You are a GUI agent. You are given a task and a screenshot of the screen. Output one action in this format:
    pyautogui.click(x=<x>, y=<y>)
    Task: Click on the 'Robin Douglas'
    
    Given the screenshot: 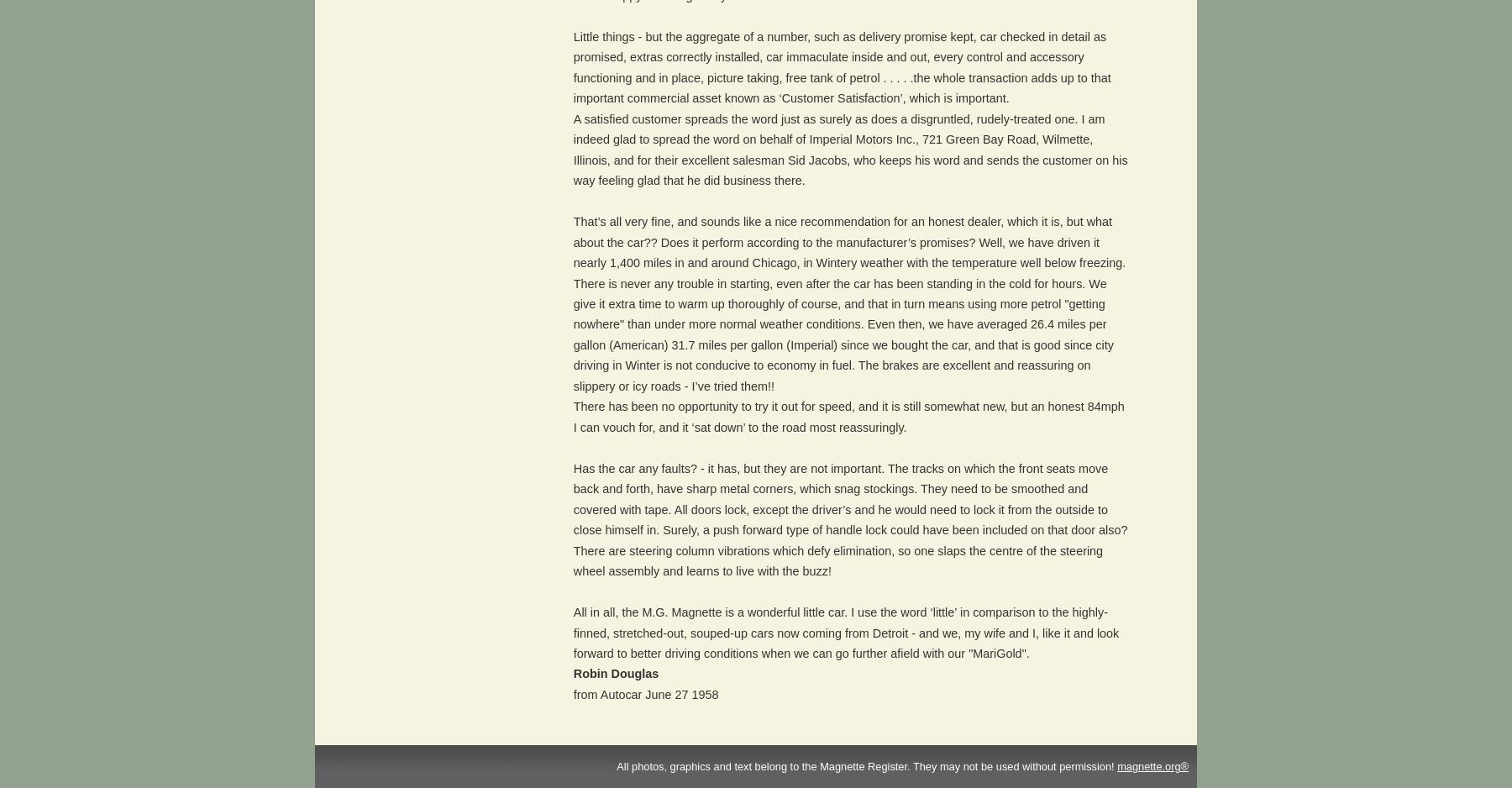 What is the action you would take?
    pyautogui.click(x=614, y=672)
    